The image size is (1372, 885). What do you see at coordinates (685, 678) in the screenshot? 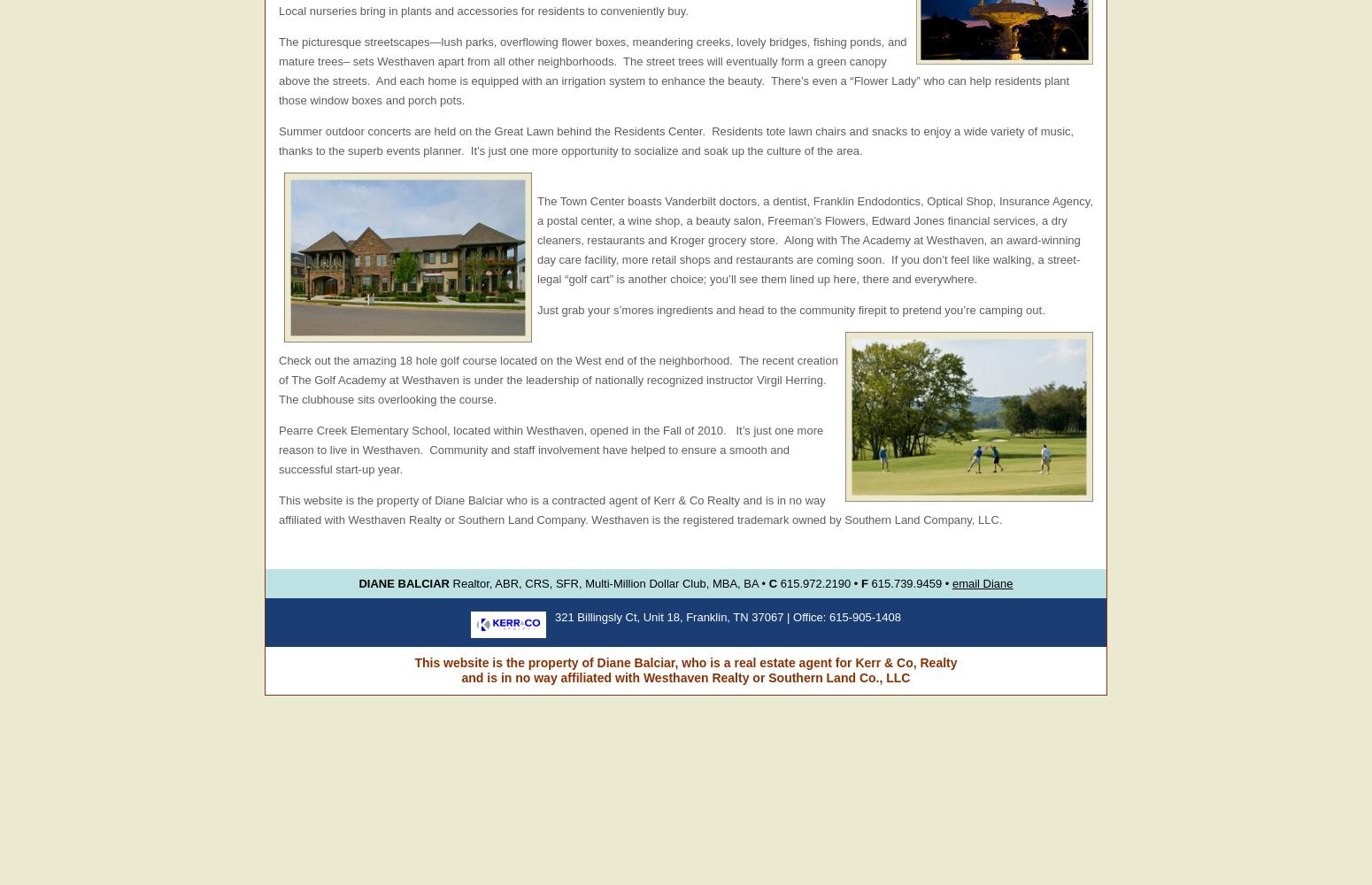
I see `'and is in no way affiliated with Westhaven Realty or Southern Land Co., LLC'` at bounding box center [685, 678].